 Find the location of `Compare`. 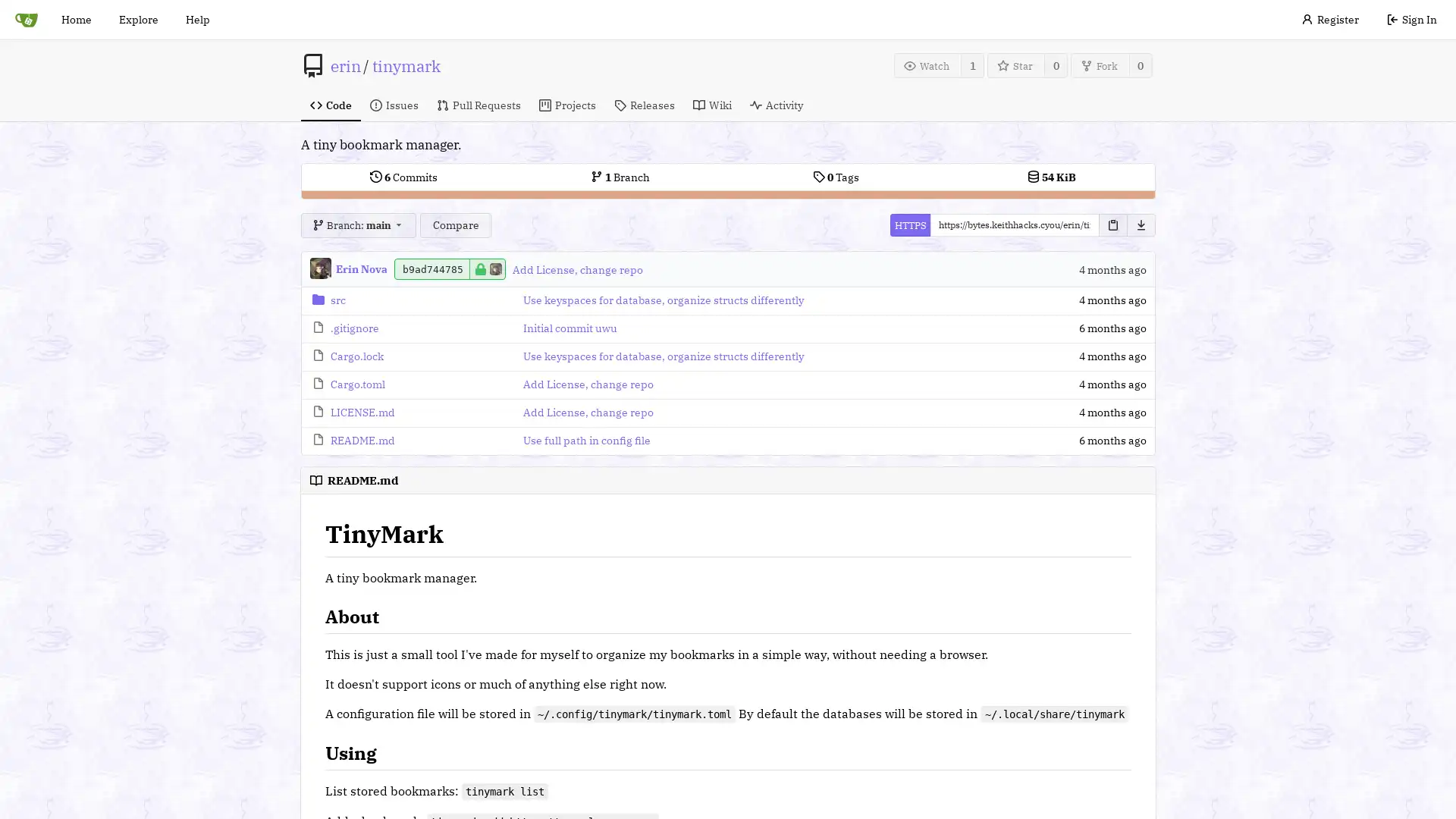

Compare is located at coordinates (454, 225).